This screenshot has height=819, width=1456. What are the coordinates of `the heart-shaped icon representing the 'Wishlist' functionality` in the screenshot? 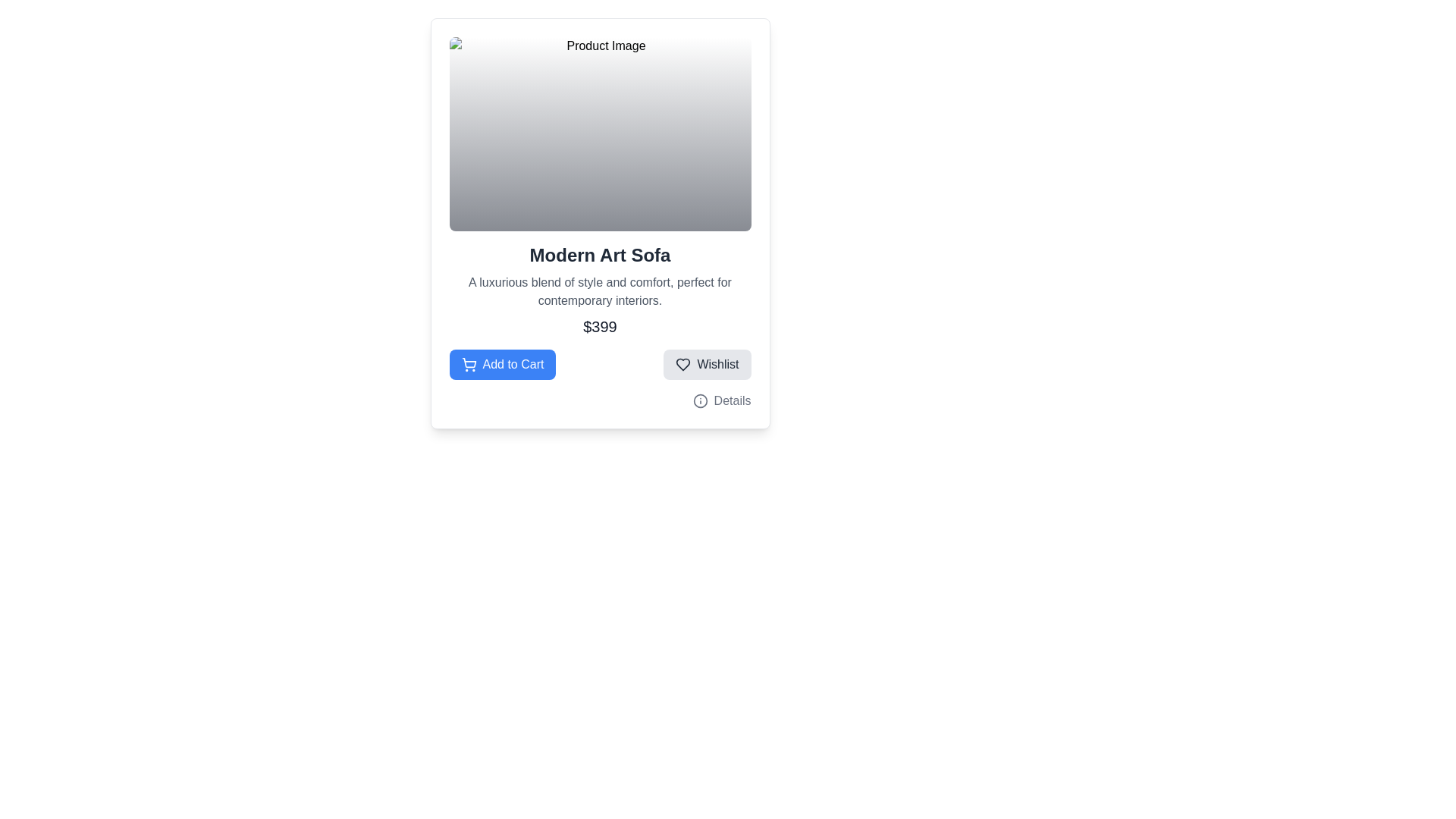 It's located at (682, 365).